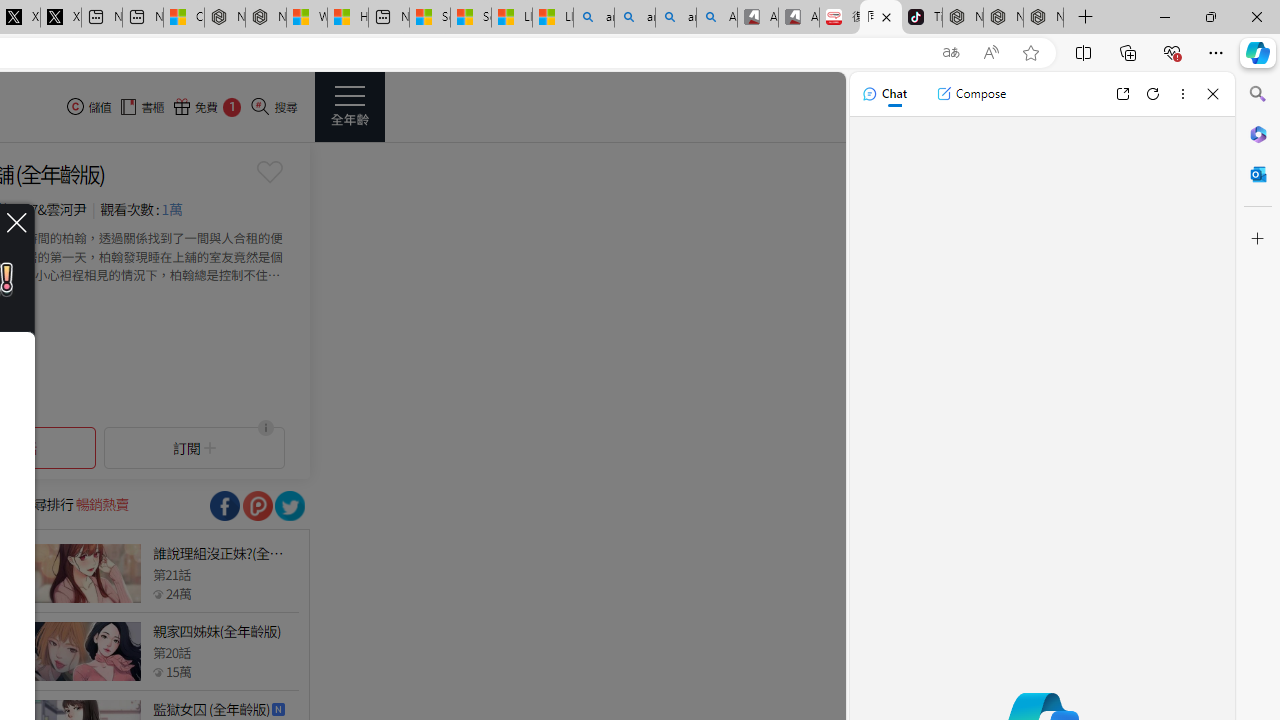  What do you see at coordinates (350, 106) in the screenshot?
I see `'Class: side_menu_btn actionRightMenuBtn'` at bounding box center [350, 106].